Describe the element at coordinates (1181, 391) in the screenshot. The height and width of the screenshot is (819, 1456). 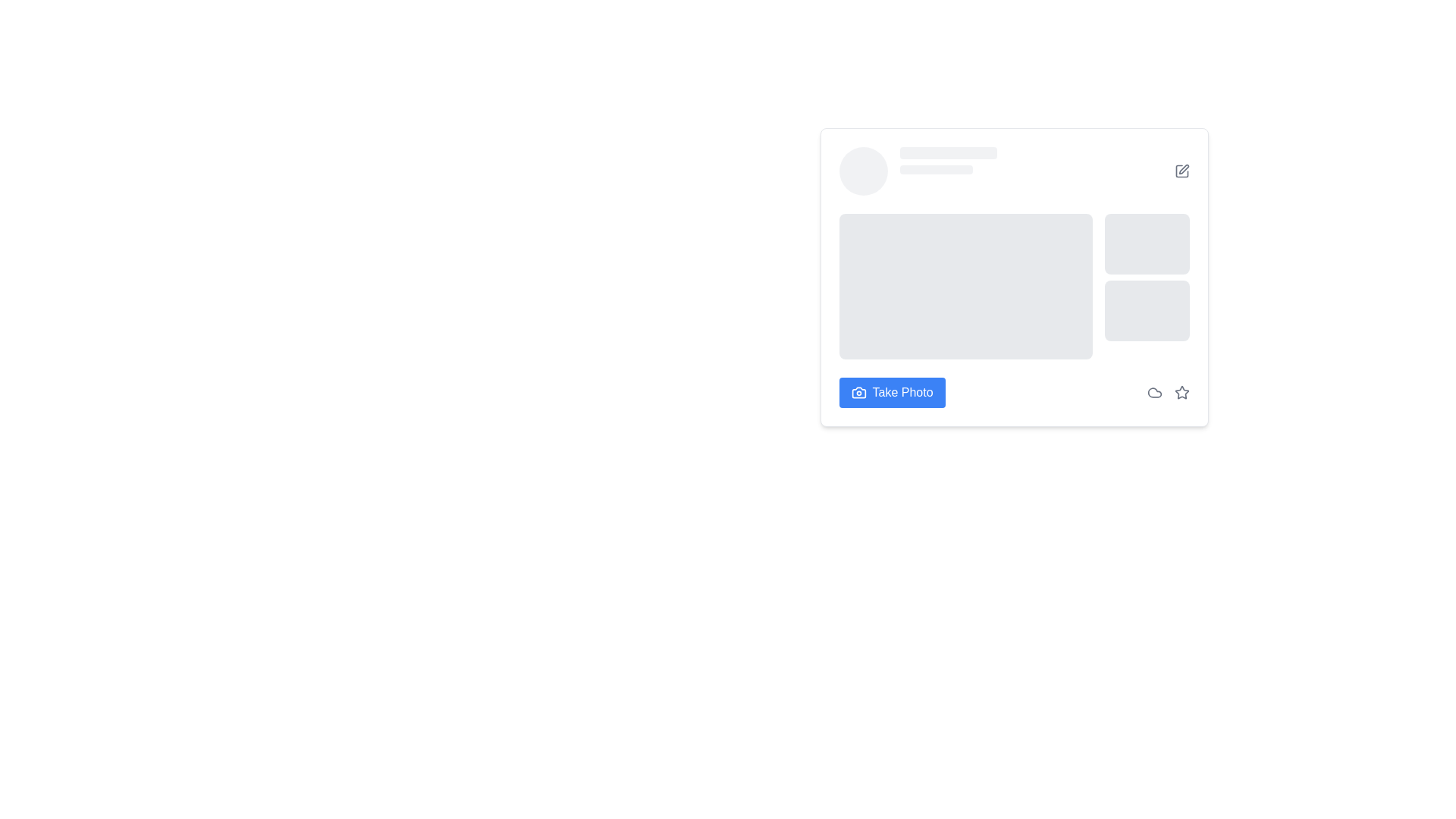
I see `the star button located at the bottom-right corner of the interface, which is used for actions such as rating or marking as important` at that location.